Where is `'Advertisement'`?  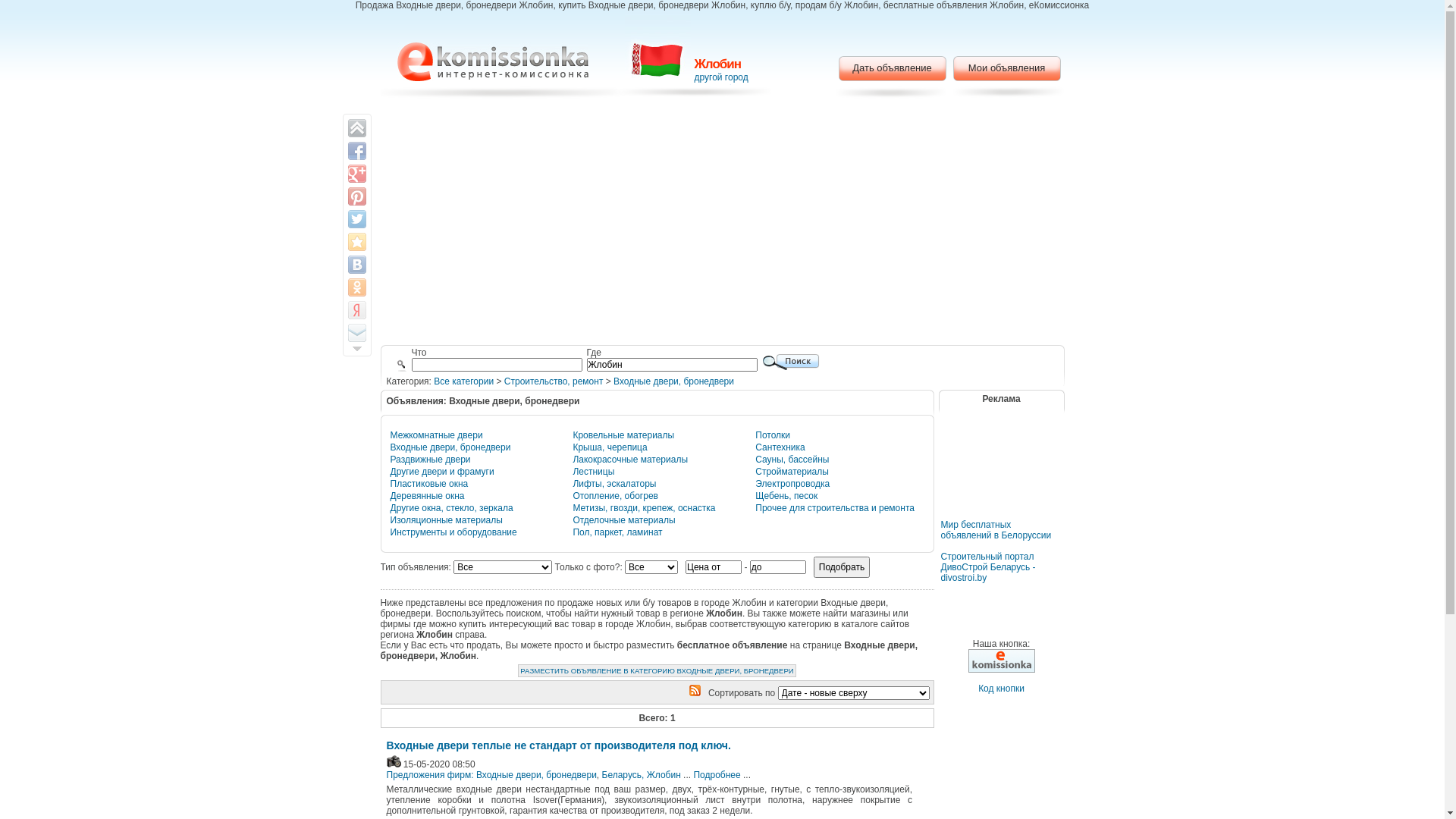 'Advertisement' is located at coordinates (1001, 473).